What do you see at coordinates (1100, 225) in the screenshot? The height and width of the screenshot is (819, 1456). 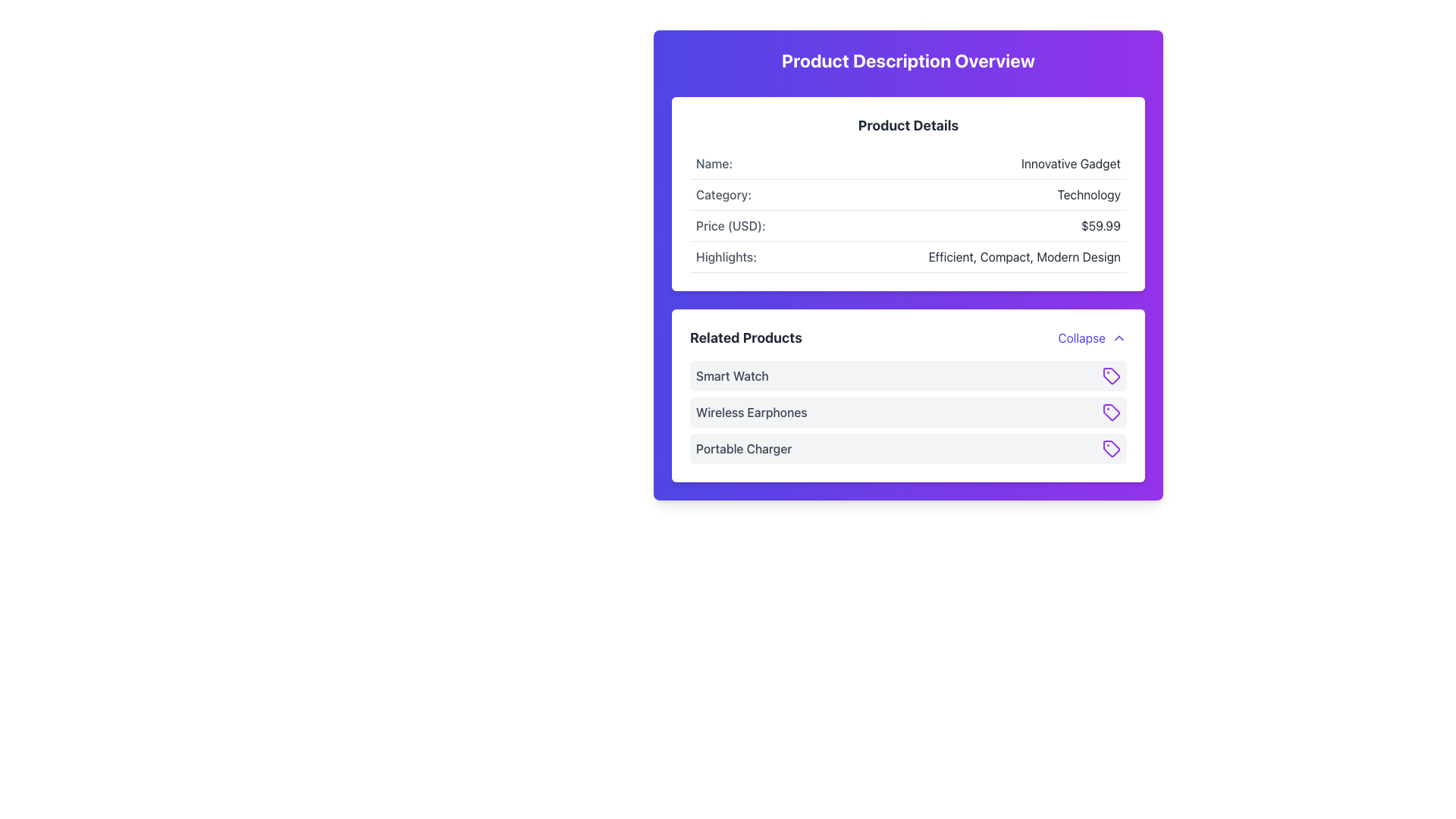 I see `the price text label displaying '$59.99' located in the 'Product Details' section of the card, positioned to the right of 'Price (USD):'` at bounding box center [1100, 225].